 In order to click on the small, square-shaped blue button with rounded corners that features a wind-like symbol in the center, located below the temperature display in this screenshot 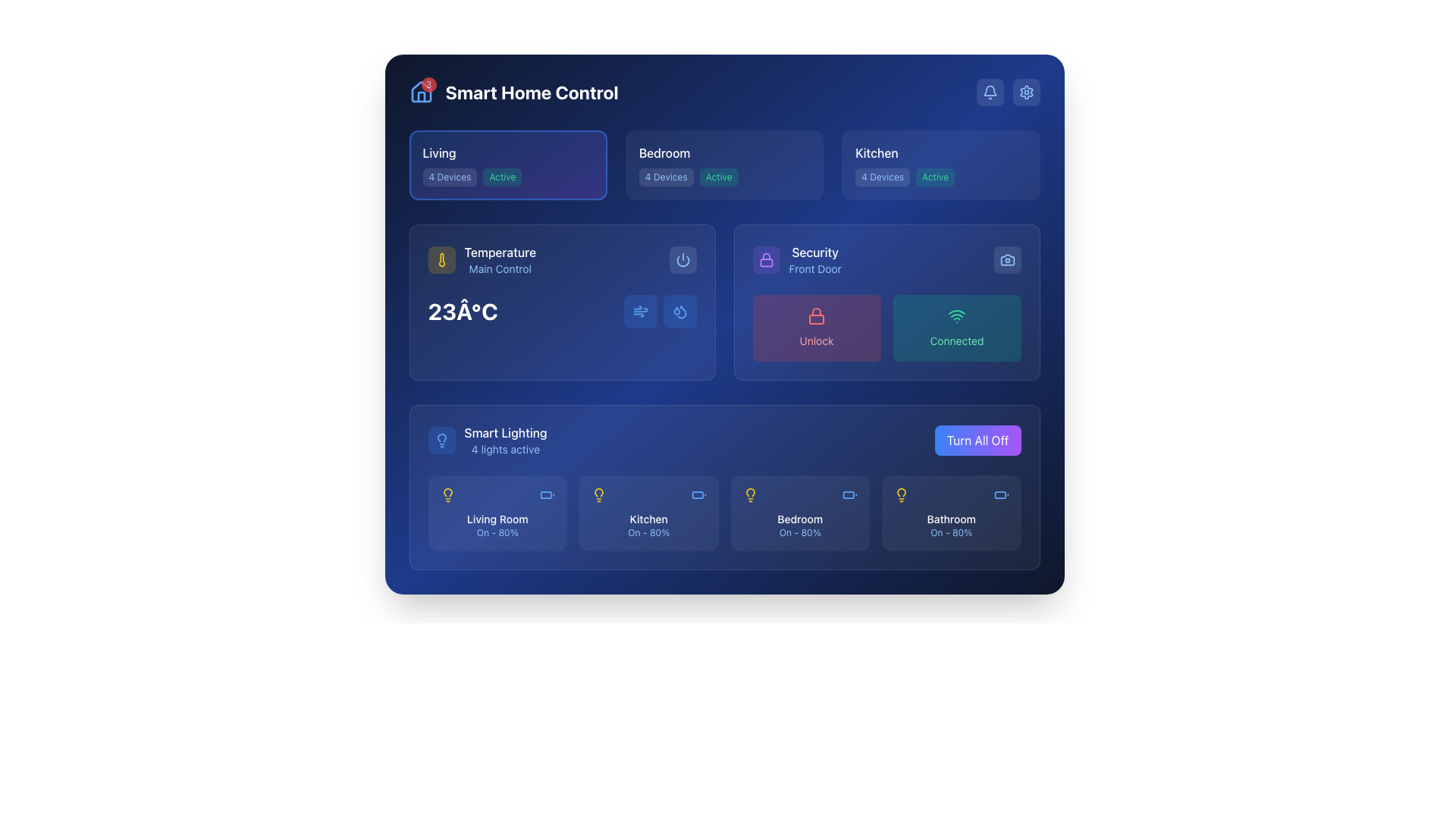, I will do `click(640, 311)`.